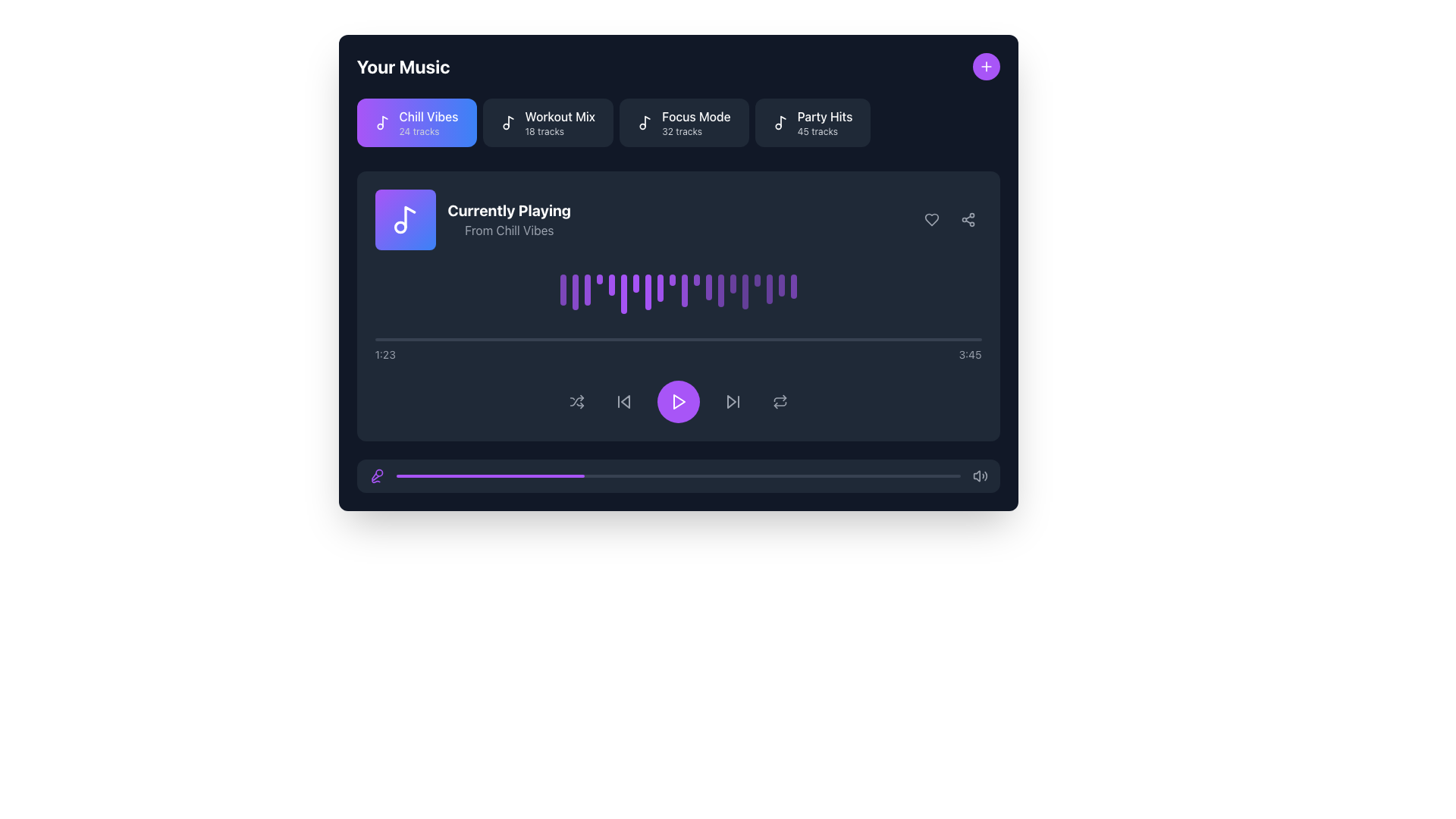  I want to click on playback time, so click(413, 339).